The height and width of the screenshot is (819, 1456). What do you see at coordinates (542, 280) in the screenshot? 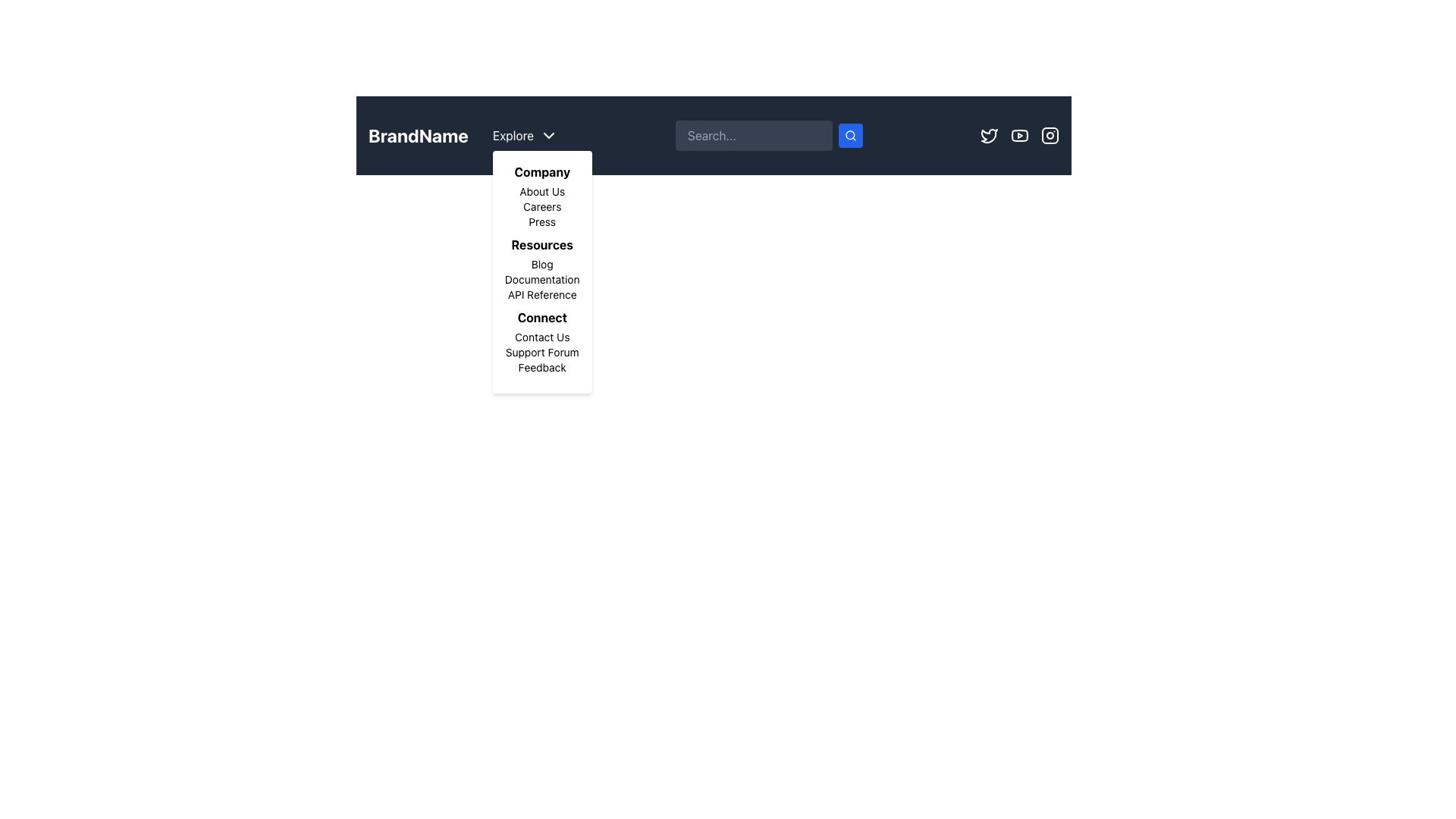
I see `the hyperlink for documentation located as the second item under 'Resources' in the dropdown menu, positioned between 'Blog' and 'API Reference'` at bounding box center [542, 280].